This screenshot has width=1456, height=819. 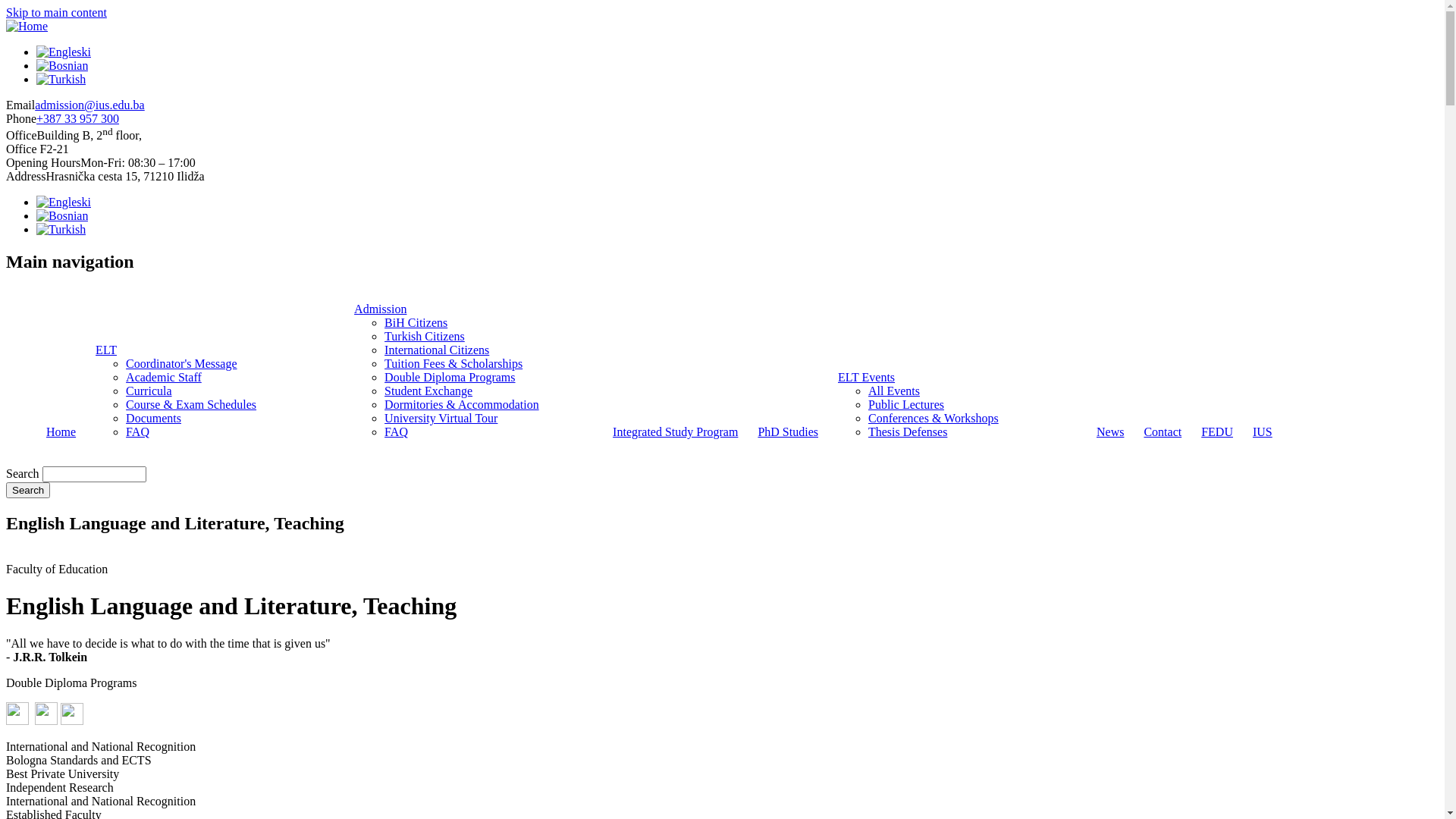 I want to click on 'Thesis Defenses', so click(x=907, y=431).